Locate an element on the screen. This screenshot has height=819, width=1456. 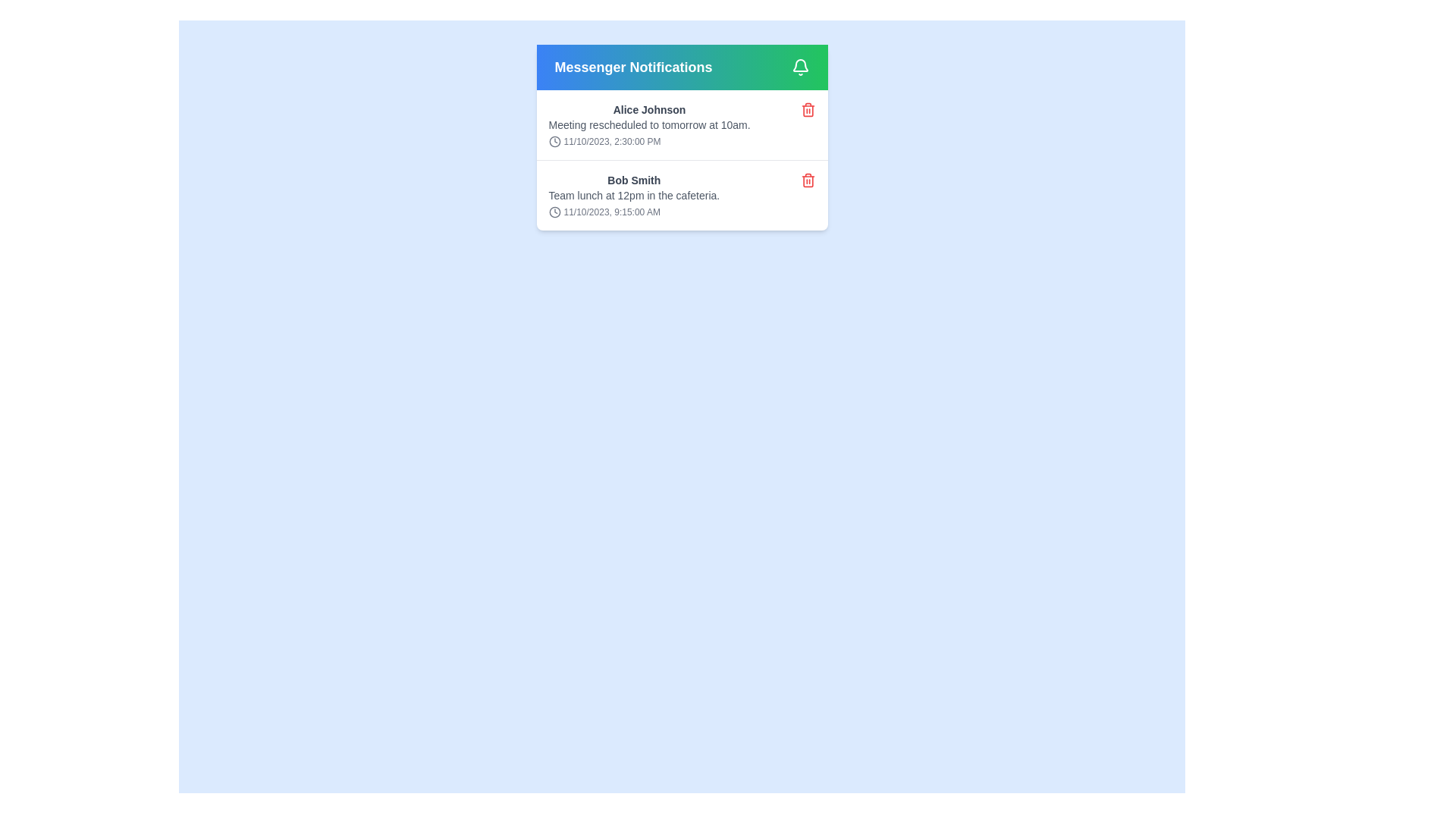
the notification icon located at the far right of the top header bar, aligned with the 'Messenger Notifications' text is located at coordinates (799, 66).